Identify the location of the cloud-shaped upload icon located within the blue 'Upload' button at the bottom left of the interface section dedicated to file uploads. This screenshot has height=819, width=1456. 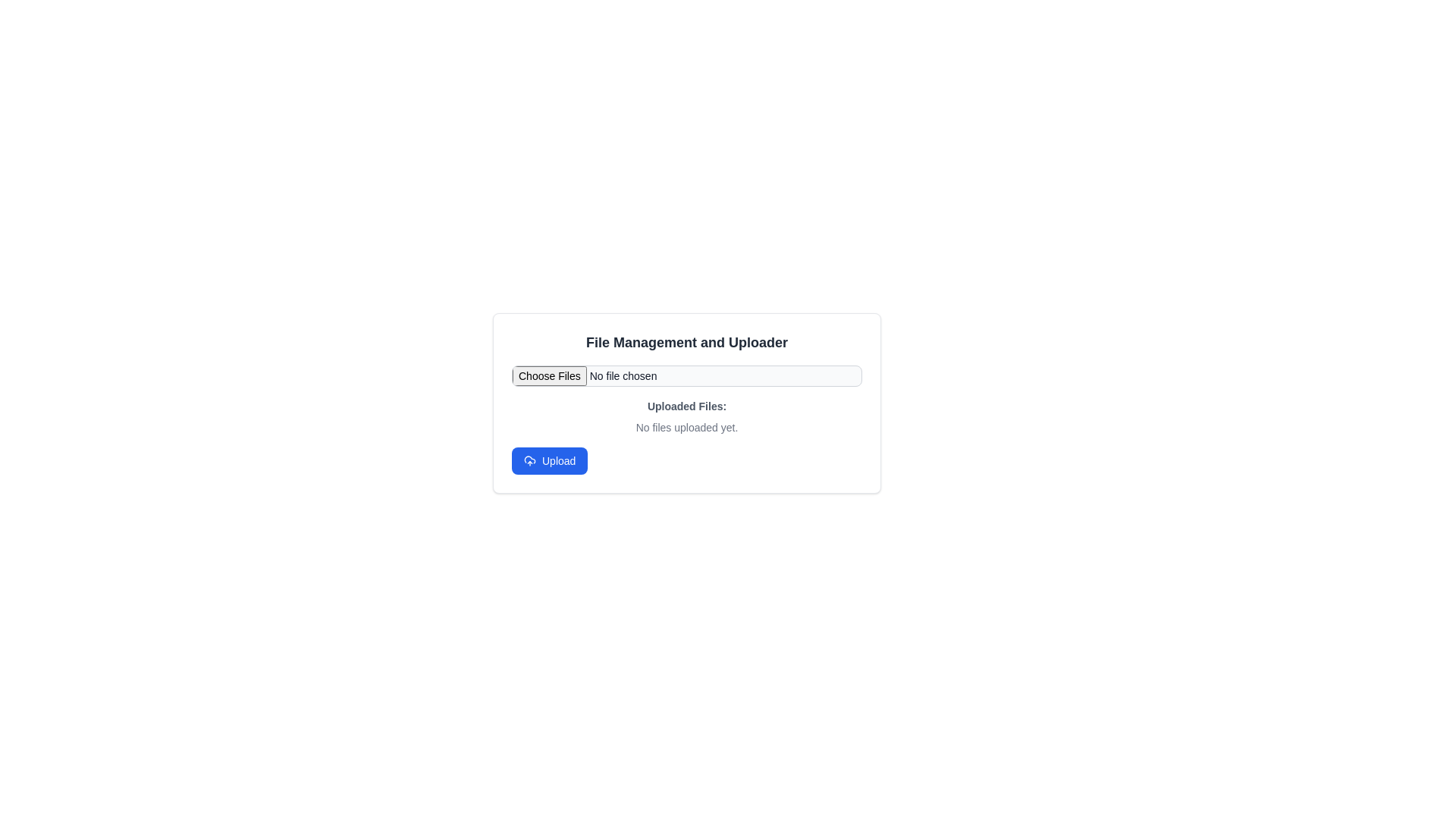
(530, 460).